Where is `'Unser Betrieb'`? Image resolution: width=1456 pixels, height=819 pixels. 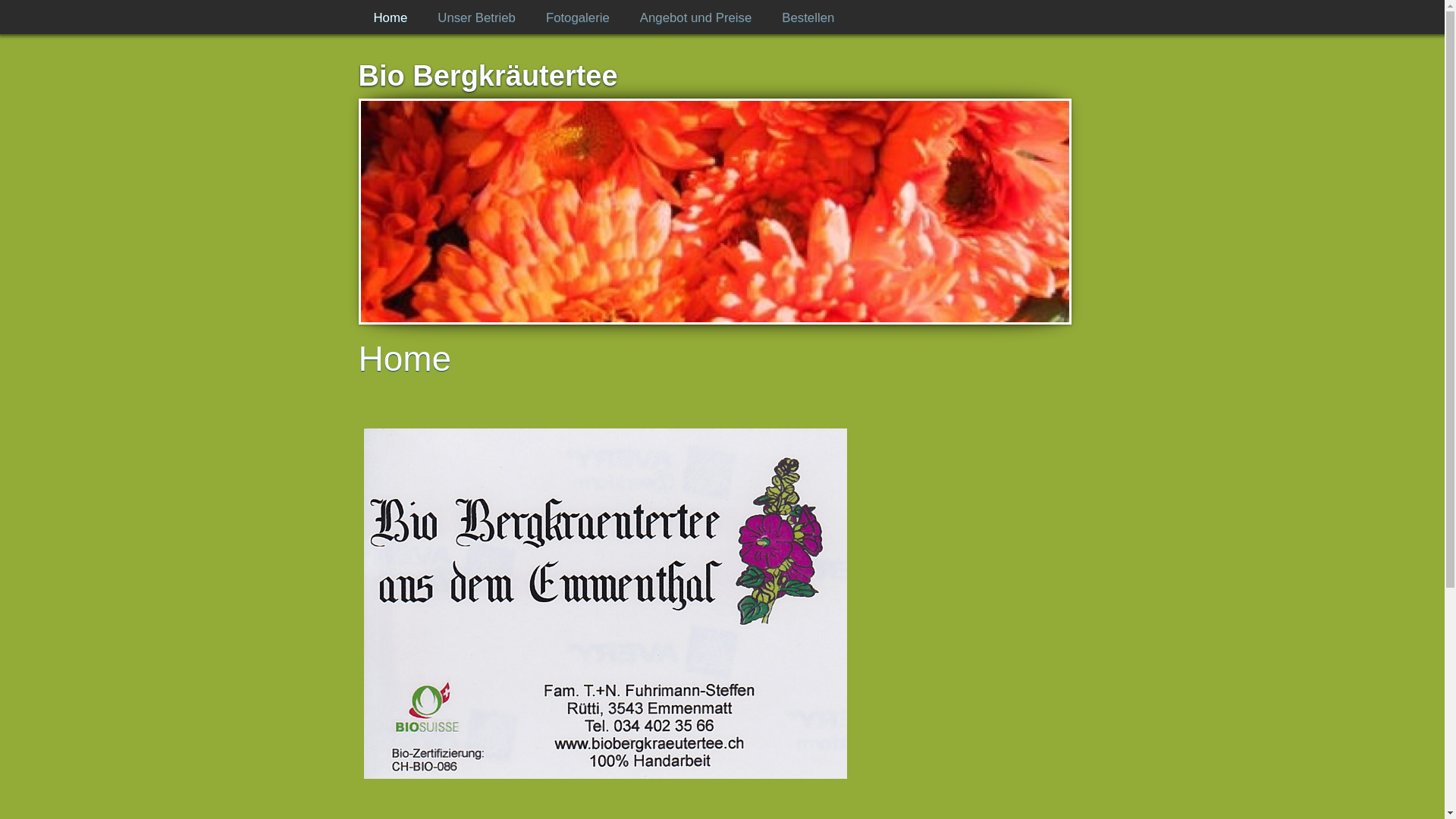
'Unser Betrieb' is located at coordinates (475, 17).